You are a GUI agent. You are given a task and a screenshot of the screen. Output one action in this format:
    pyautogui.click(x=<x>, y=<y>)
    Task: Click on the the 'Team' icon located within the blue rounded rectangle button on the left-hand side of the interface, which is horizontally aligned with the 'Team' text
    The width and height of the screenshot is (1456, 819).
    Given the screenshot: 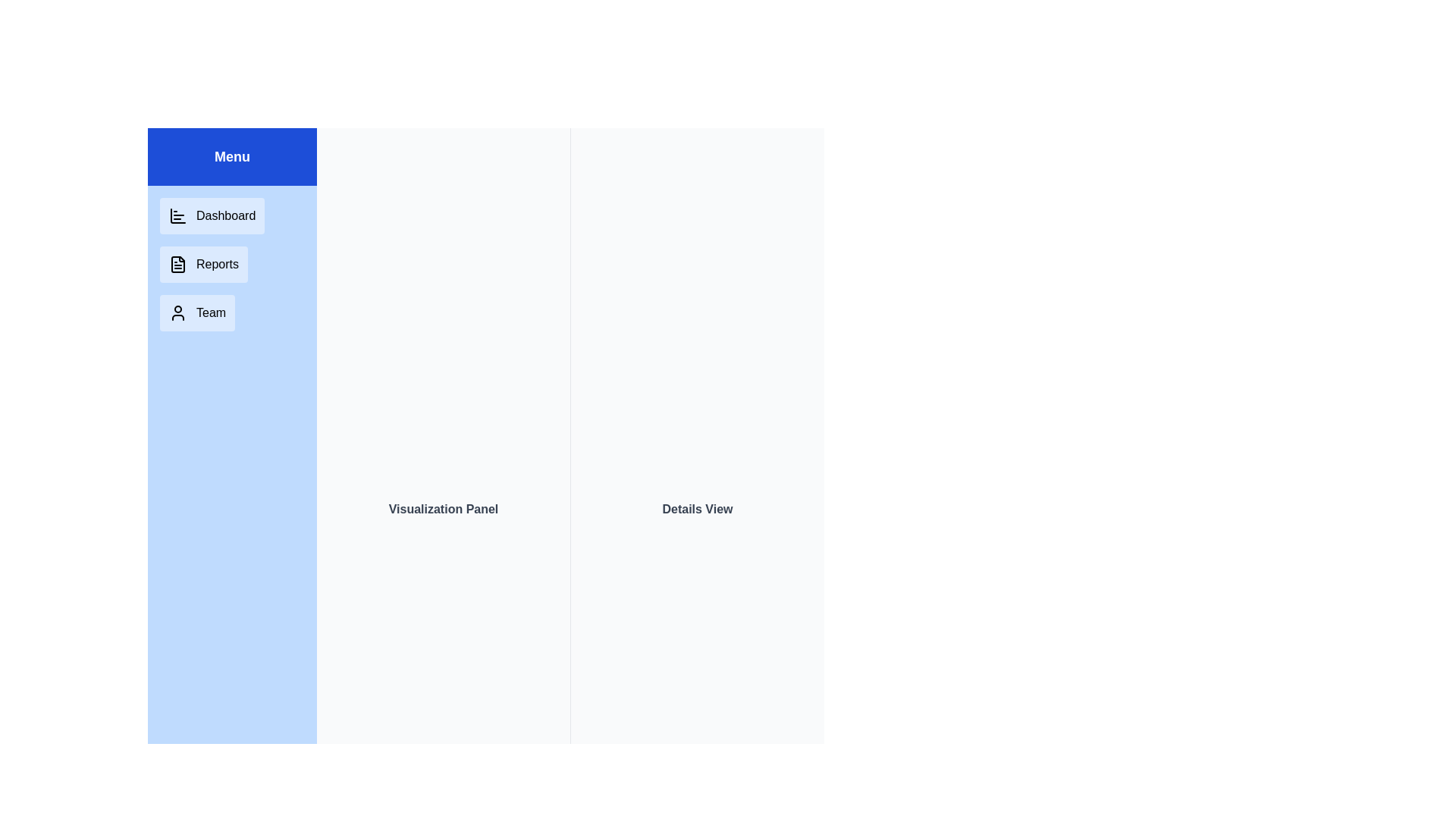 What is the action you would take?
    pyautogui.click(x=178, y=312)
    